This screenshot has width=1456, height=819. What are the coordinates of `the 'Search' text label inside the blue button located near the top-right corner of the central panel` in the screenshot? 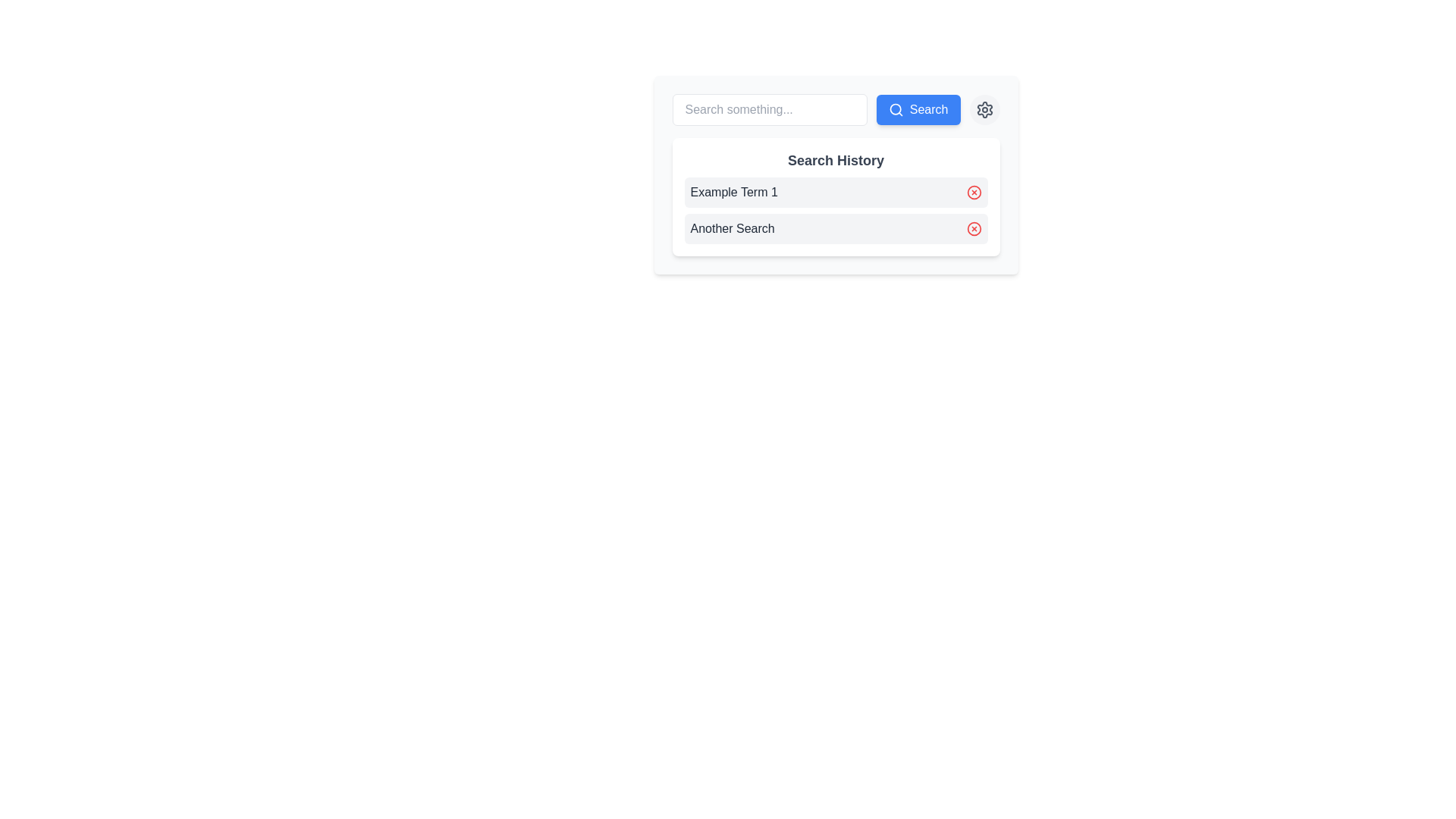 It's located at (928, 109).